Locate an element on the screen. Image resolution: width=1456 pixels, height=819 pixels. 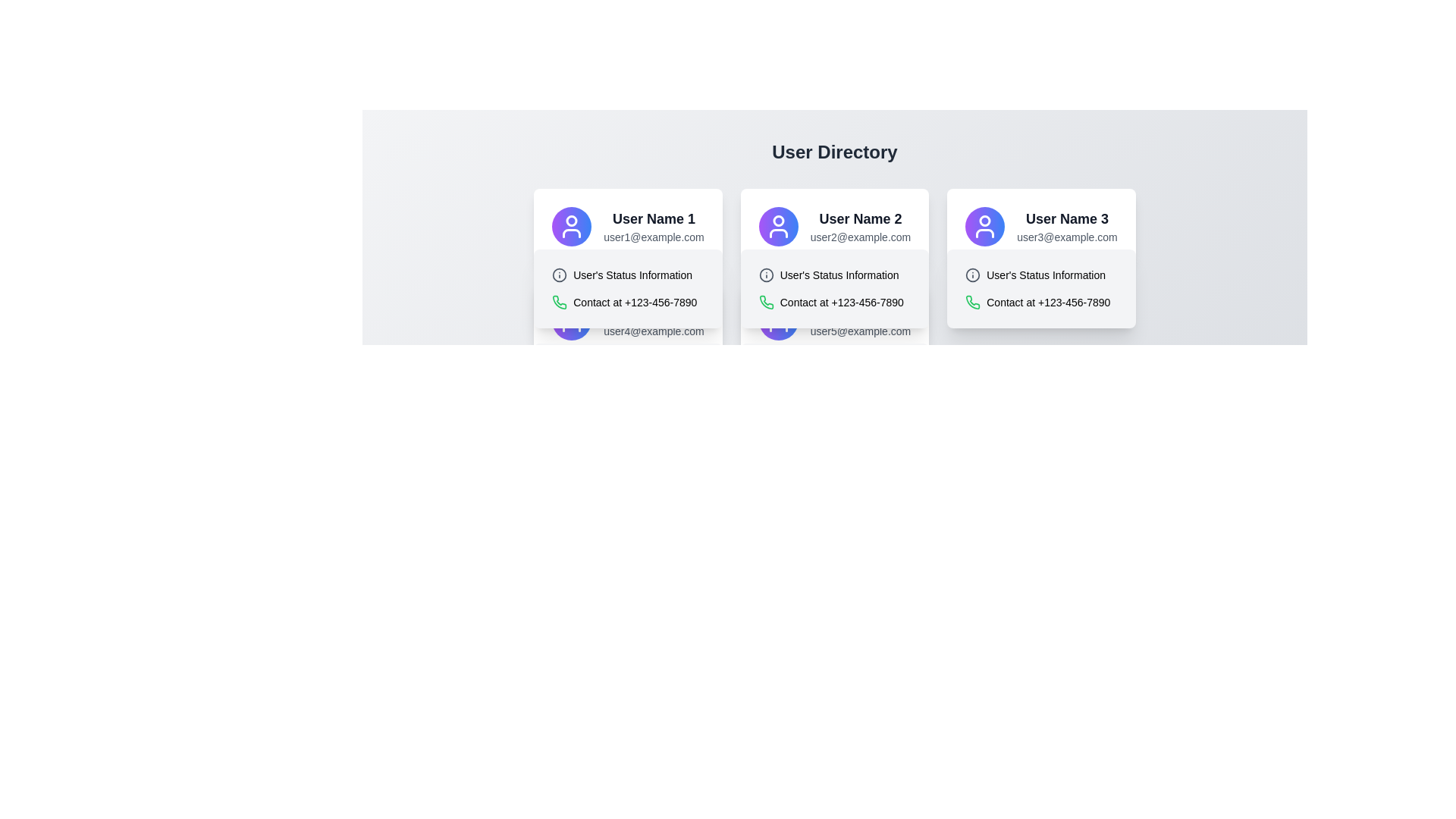
the user silhouette SVG icon with a circular gradient background located at the top of the first card, above the text 'User Name 1' is located at coordinates (571, 227).